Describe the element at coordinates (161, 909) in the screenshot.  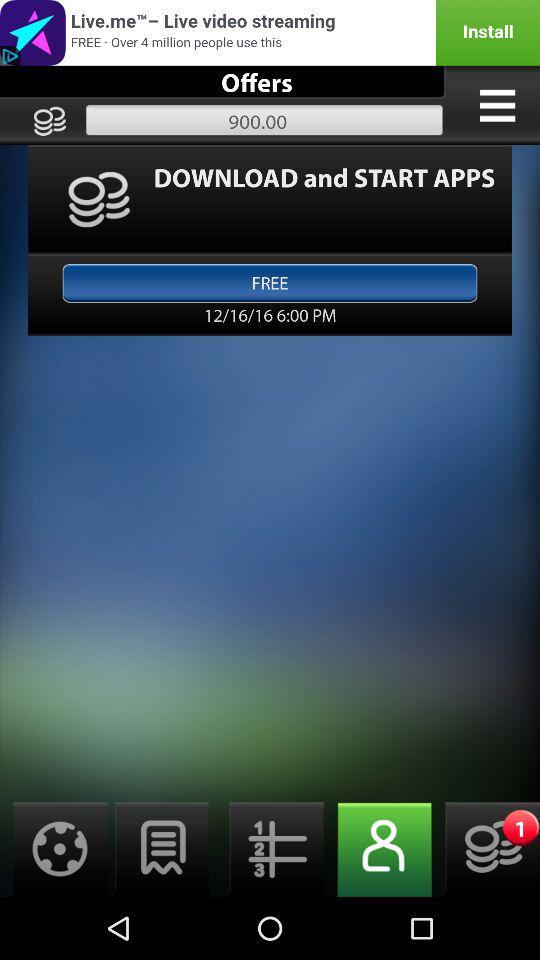
I see `the chat icon` at that location.